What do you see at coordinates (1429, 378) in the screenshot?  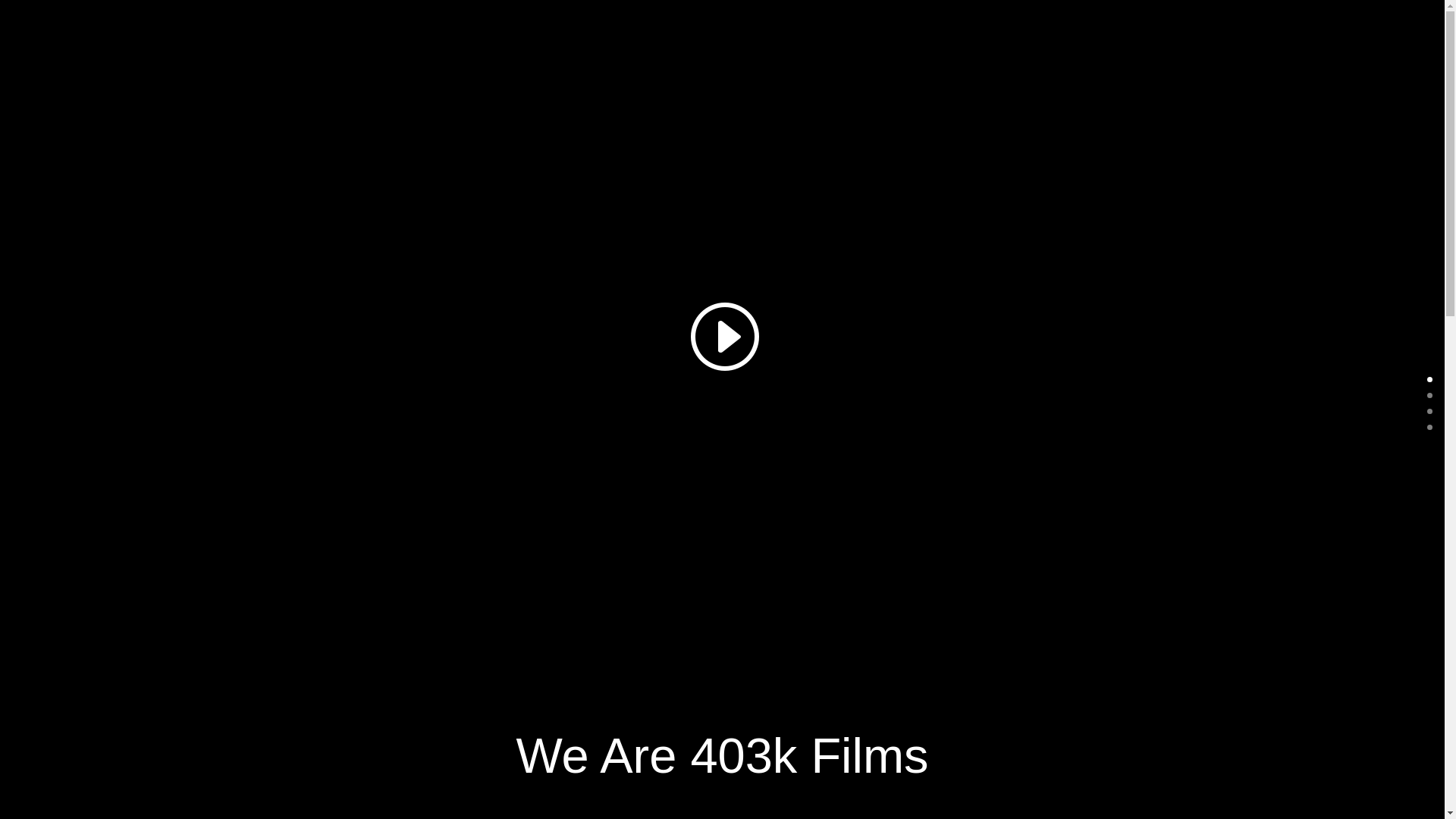 I see `'0'` at bounding box center [1429, 378].